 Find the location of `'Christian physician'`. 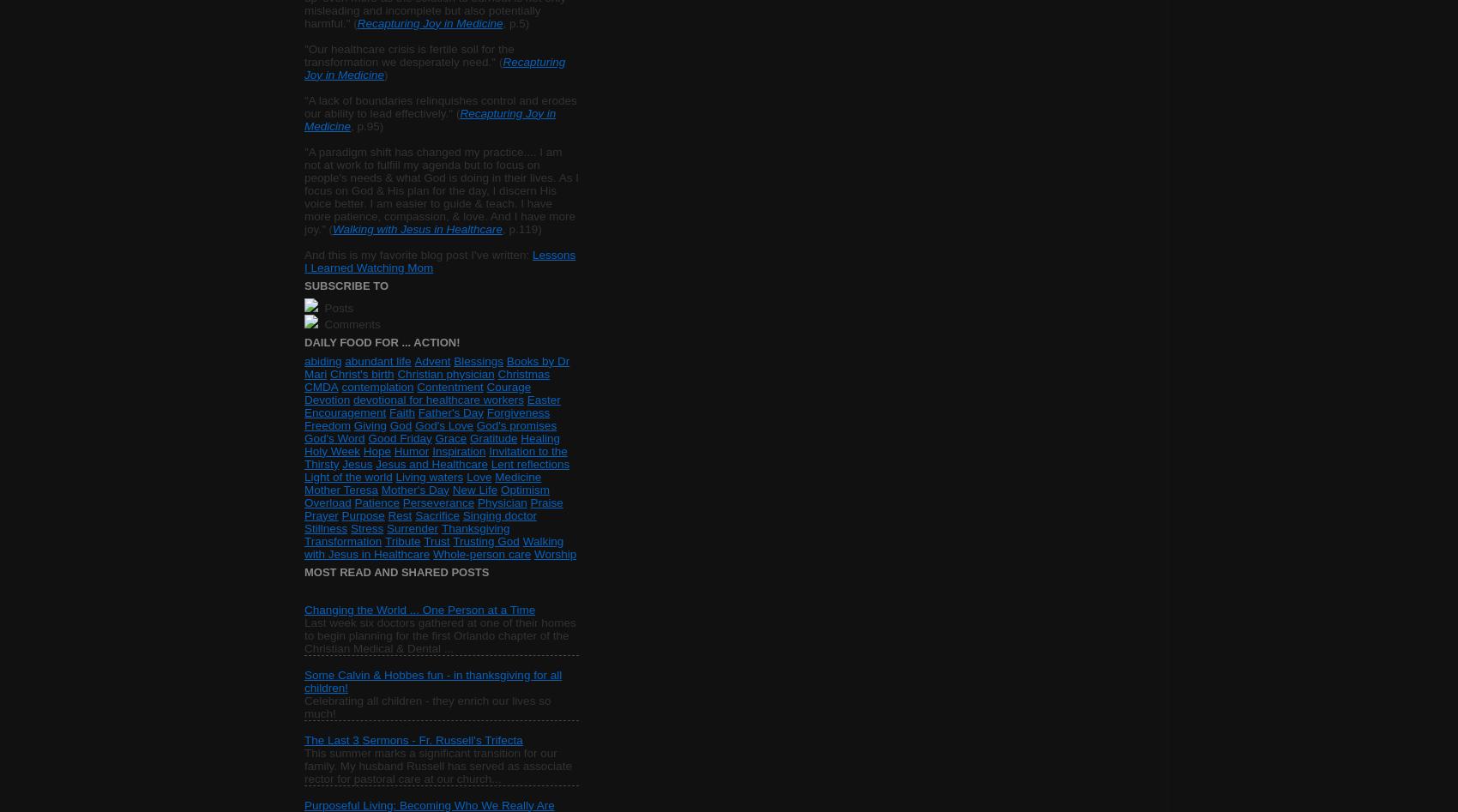

'Christian physician' is located at coordinates (397, 373).